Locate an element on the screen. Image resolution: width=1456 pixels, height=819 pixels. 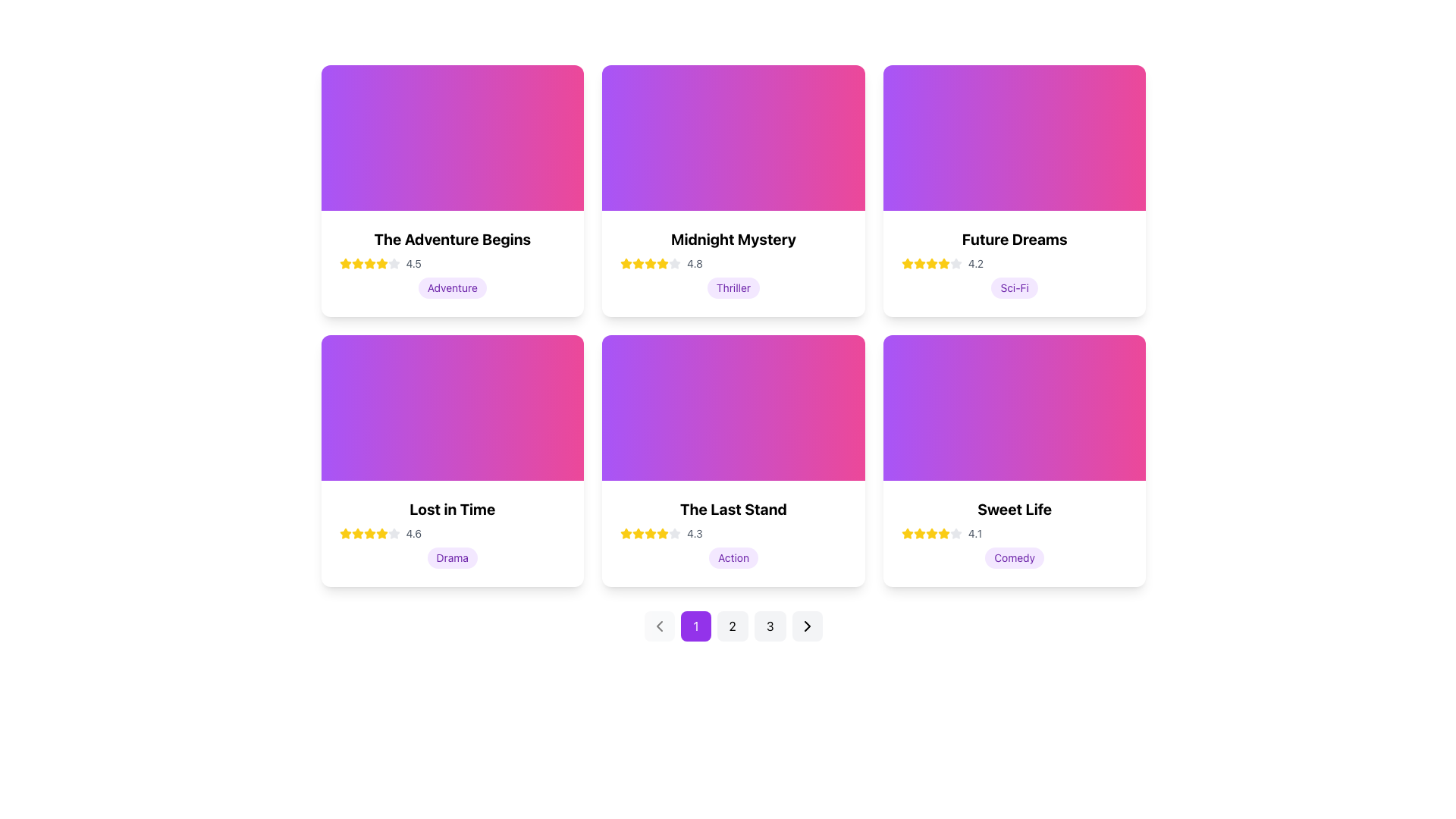
over the fifth star icon in the rating system is located at coordinates (381, 262).